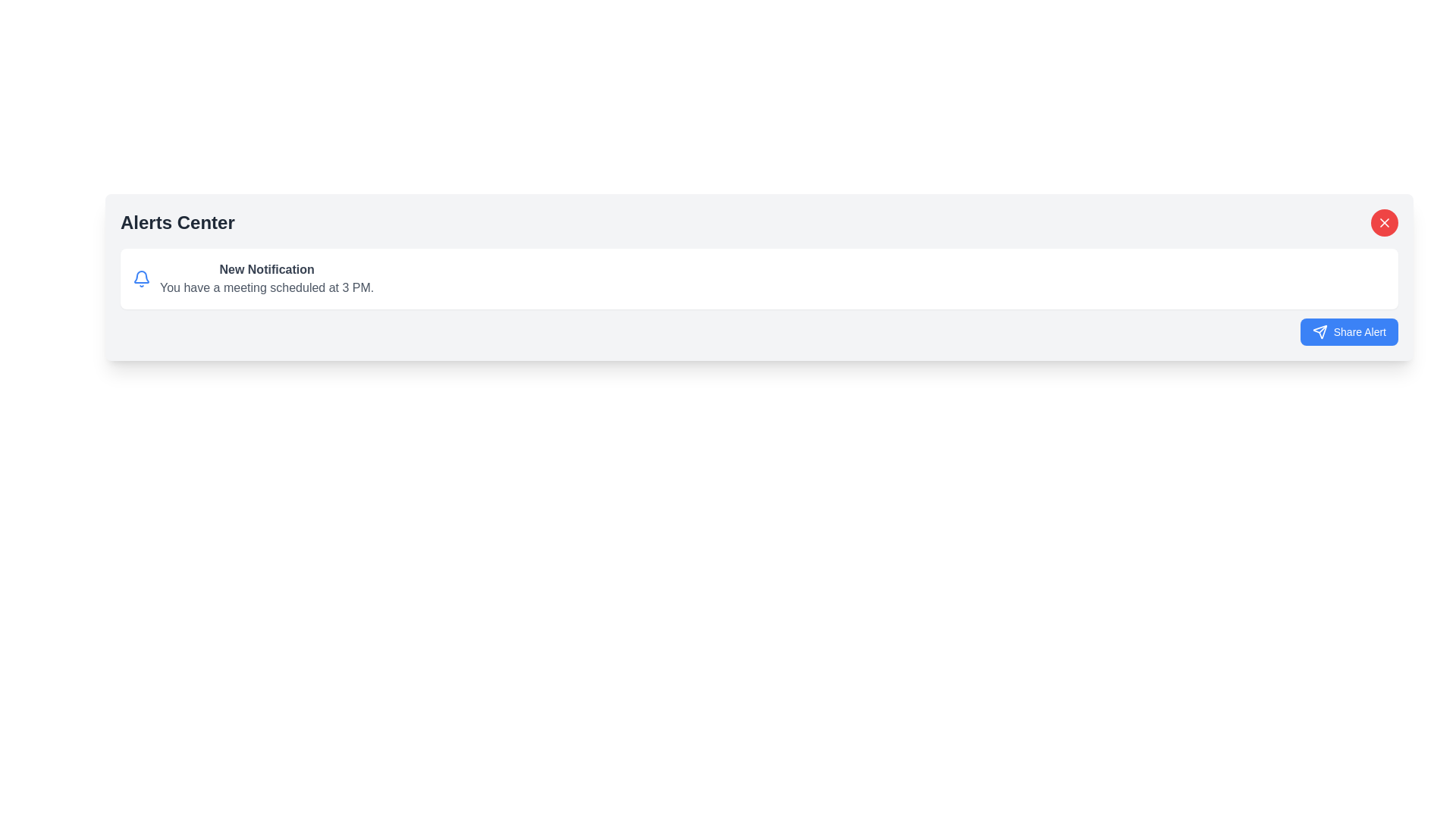  I want to click on the 'Share Alert' text label located within the blue button in the bottom-right corner of the notification card, so click(1360, 331).